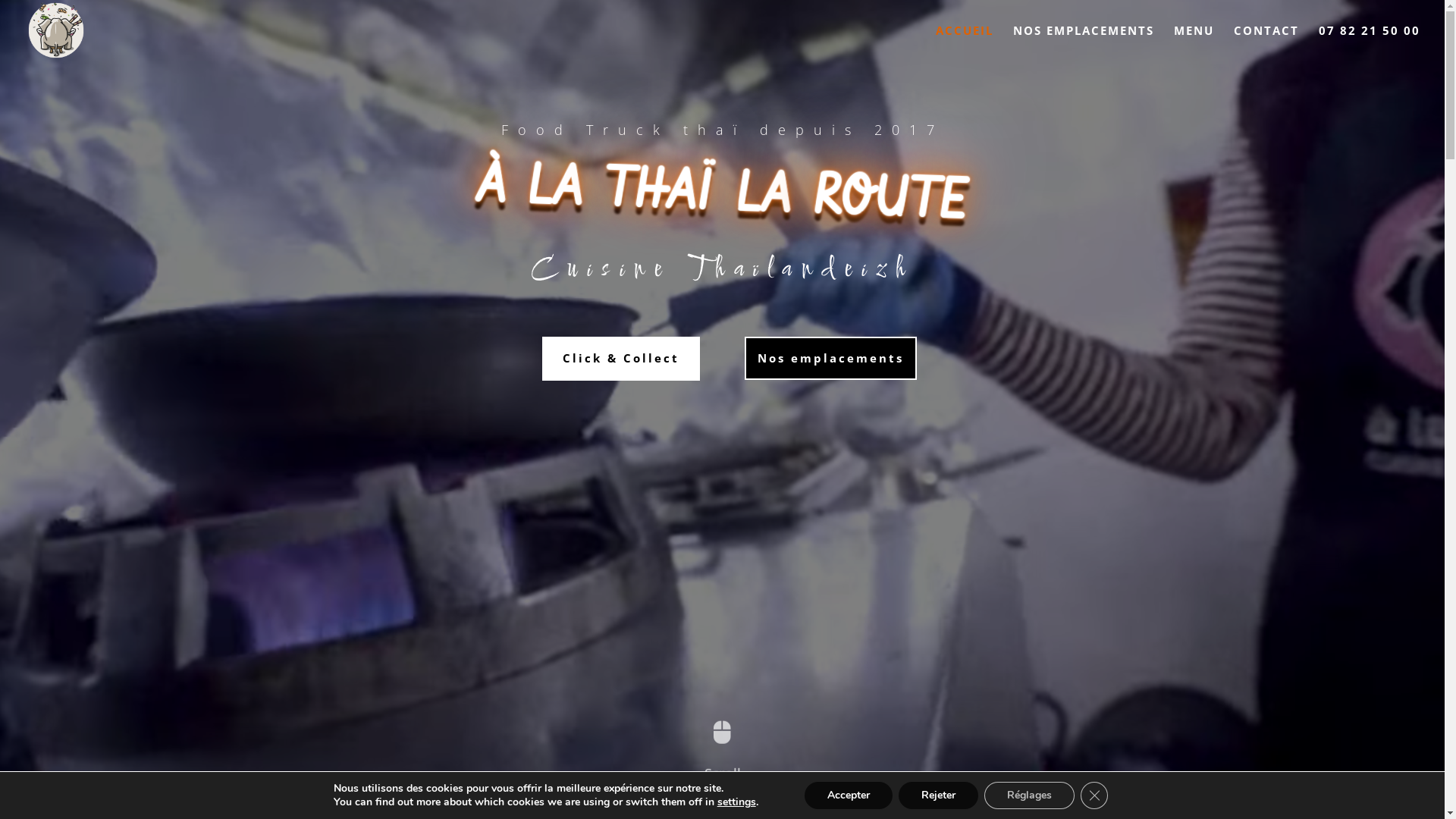 The width and height of the screenshot is (1456, 819). Describe the element at coordinates (1094, 795) in the screenshot. I see `'Close GDPR Cookie Banner'` at that location.